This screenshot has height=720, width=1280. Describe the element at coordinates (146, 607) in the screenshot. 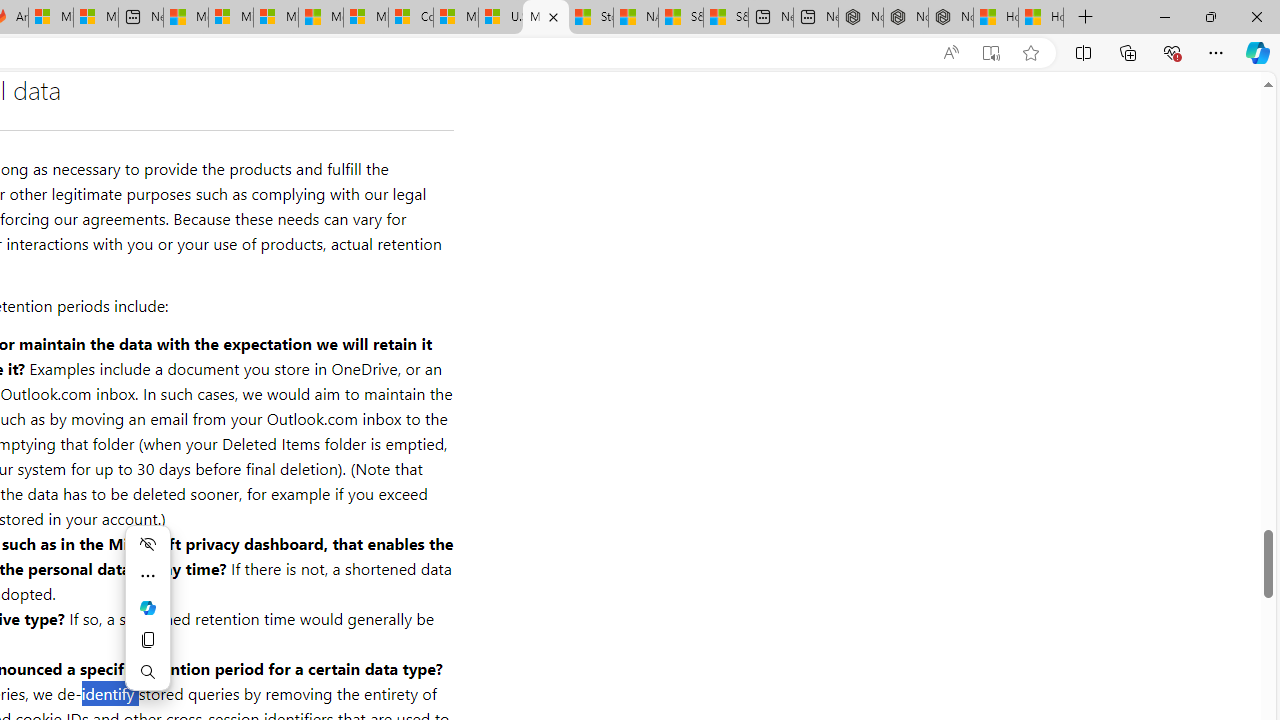

I see `'Ask Copilot'` at that location.